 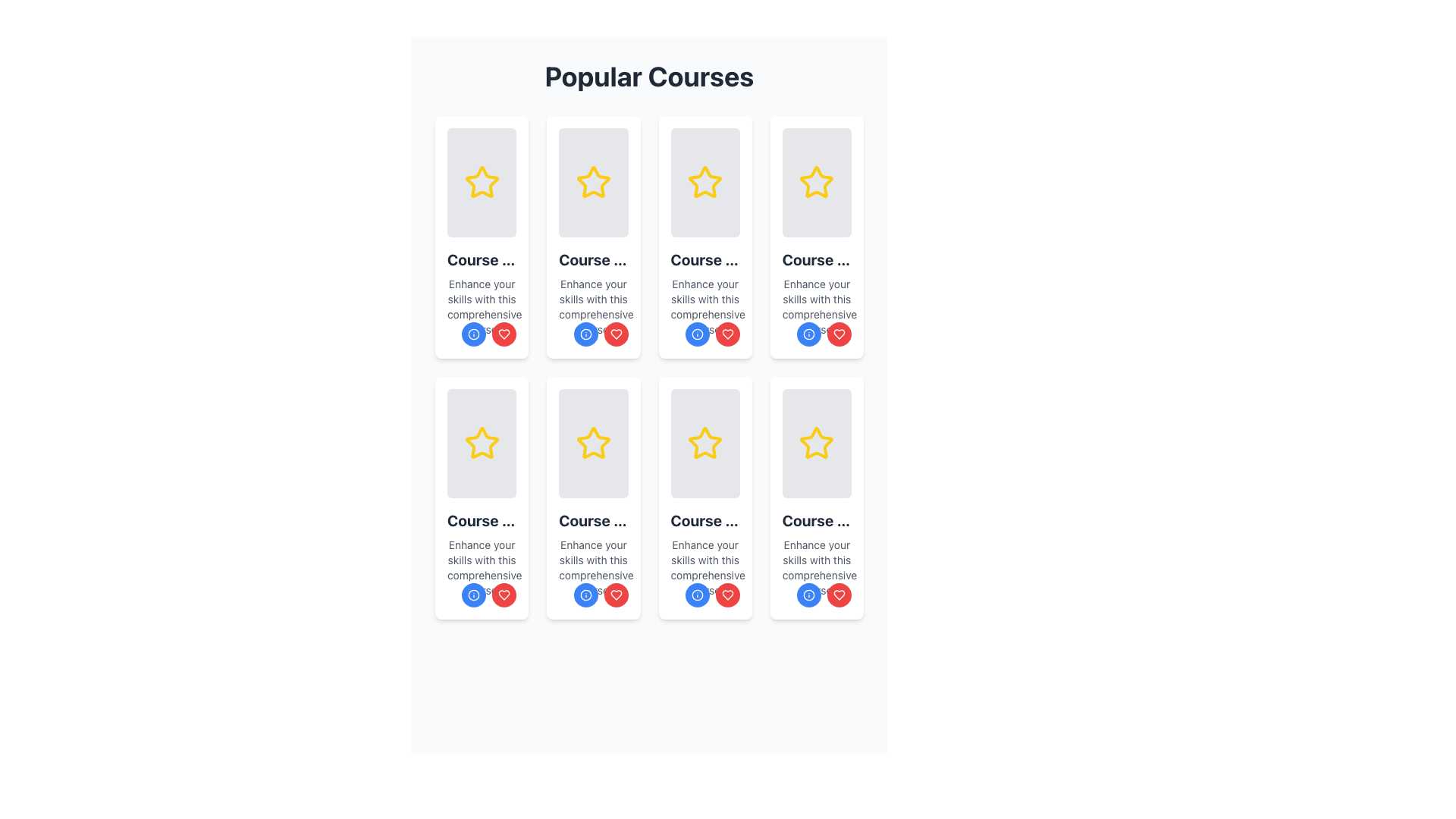 What do you see at coordinates (504, 595) in the screenshot?
I see `the heart icon button located at the bottom-right corner of the card in the second row, second column of the grid layout` at bounding box center [504, 595].